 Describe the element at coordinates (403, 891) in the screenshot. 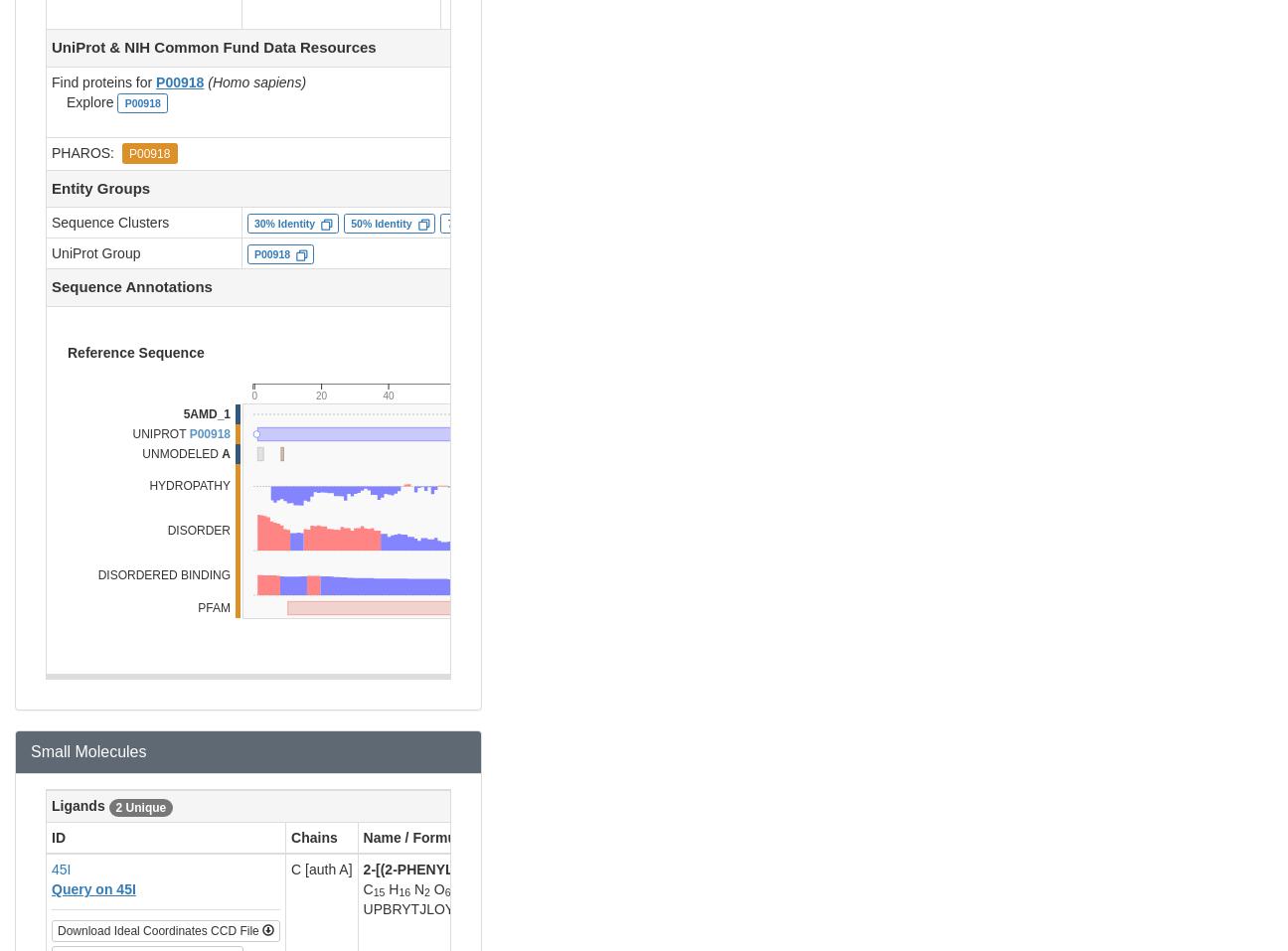

I see `'16'` at that location.